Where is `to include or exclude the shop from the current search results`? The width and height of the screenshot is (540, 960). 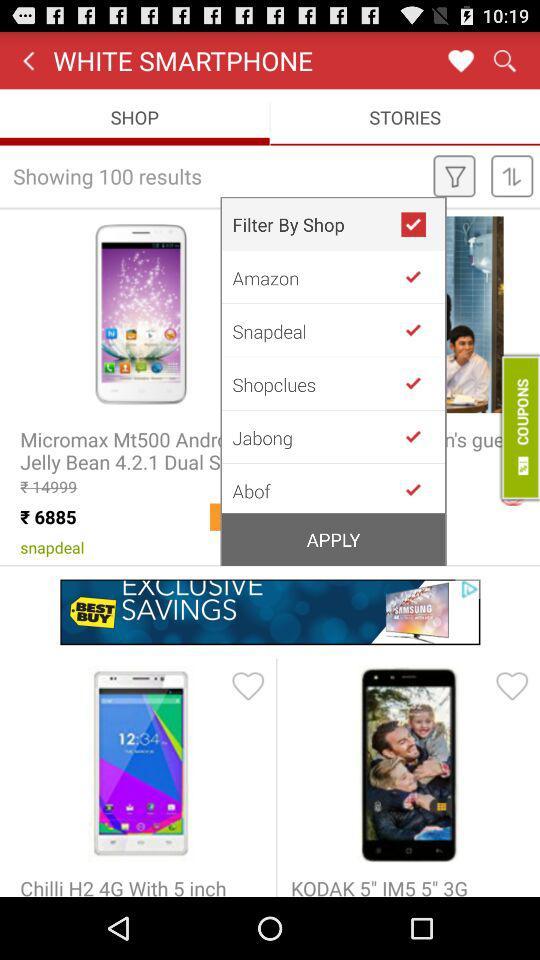 to include or exclude the shop from the current search results is located at coordinates (420, 276).